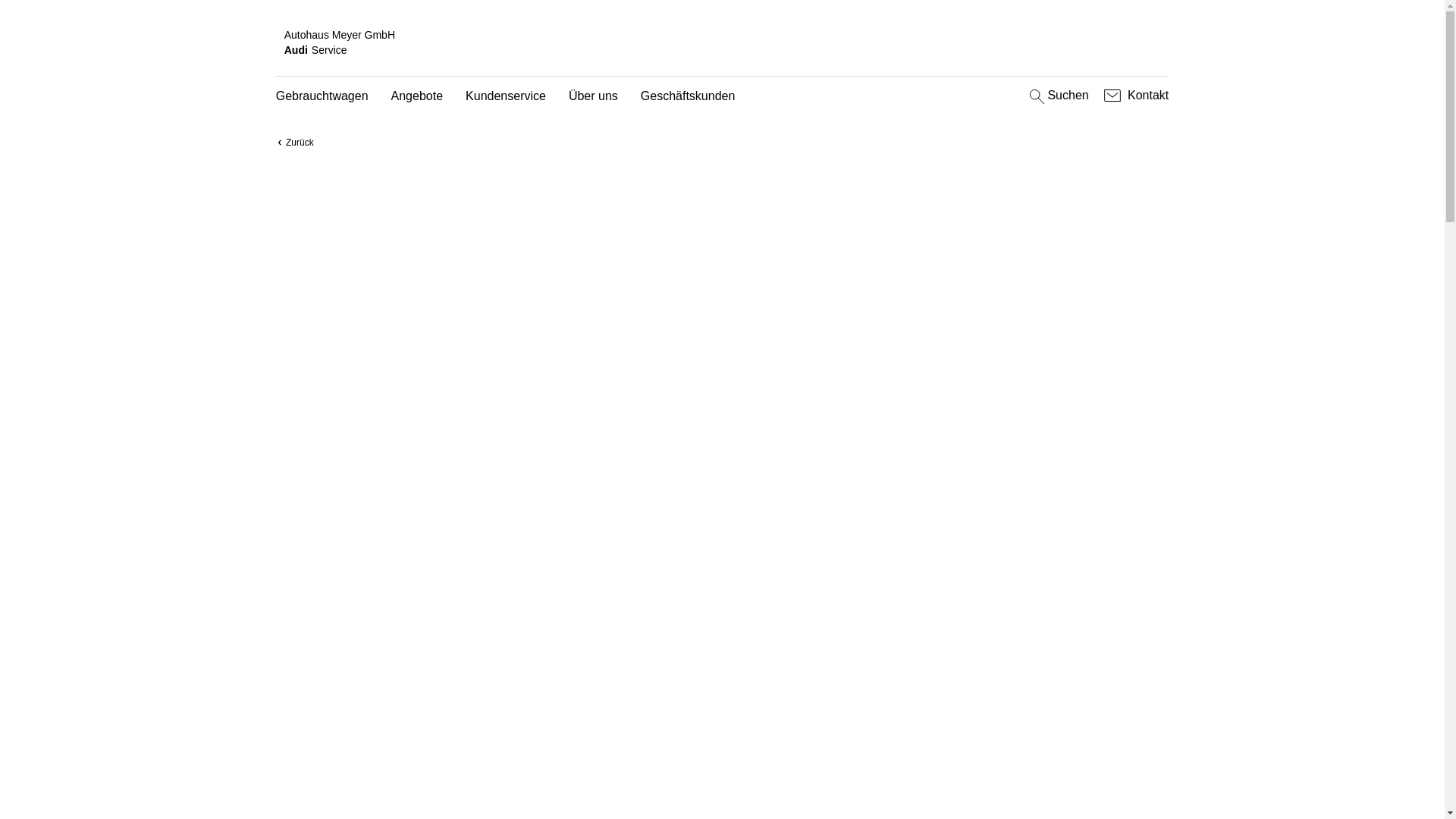  Describe the element at coordinates (1100, 96) in the screenshot. I see `'Kontakt'` at that location.